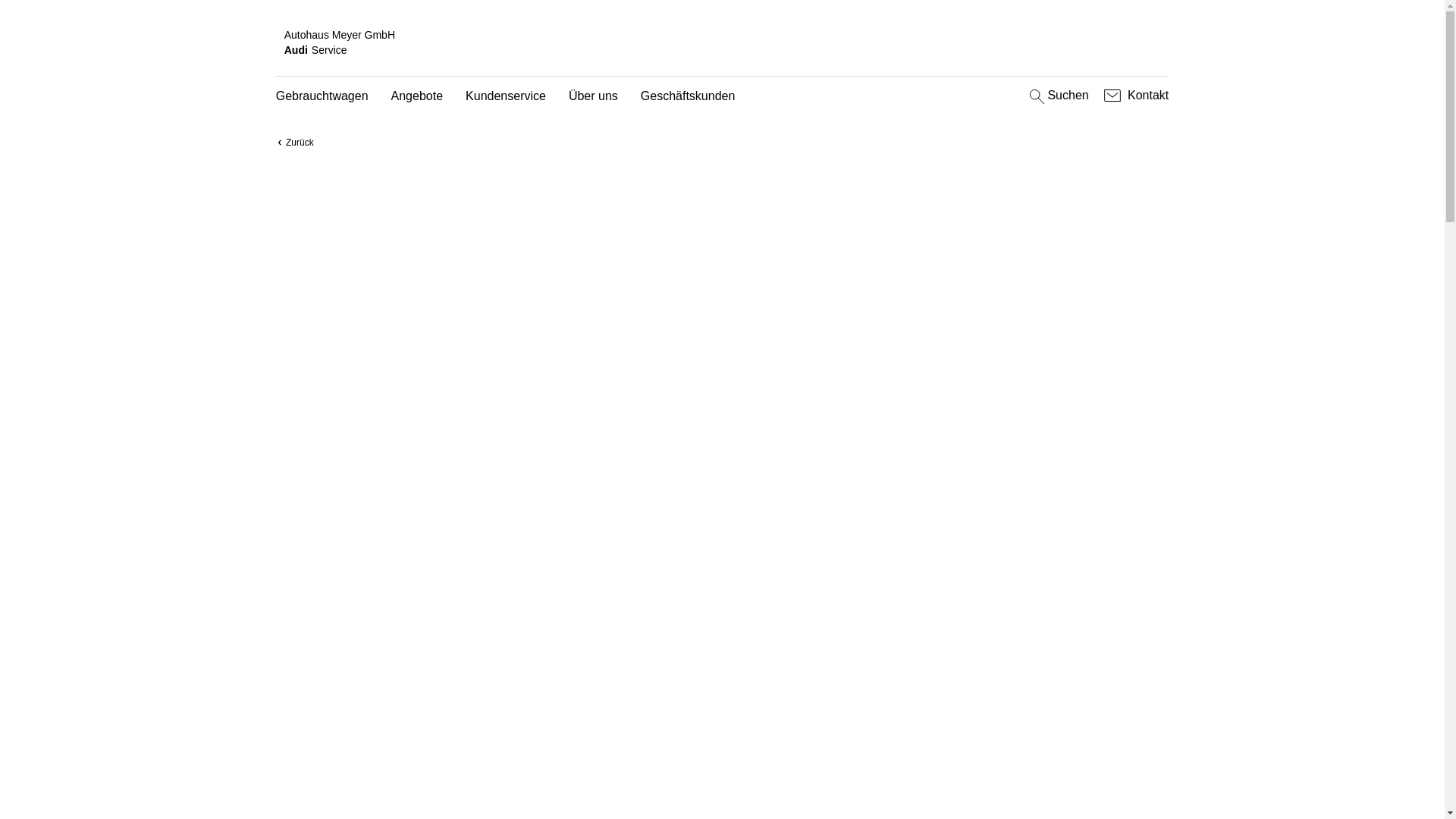  Describe the element at coordinates (1100, 96) in the screenshot. I see `'Kontakt'` at that location.